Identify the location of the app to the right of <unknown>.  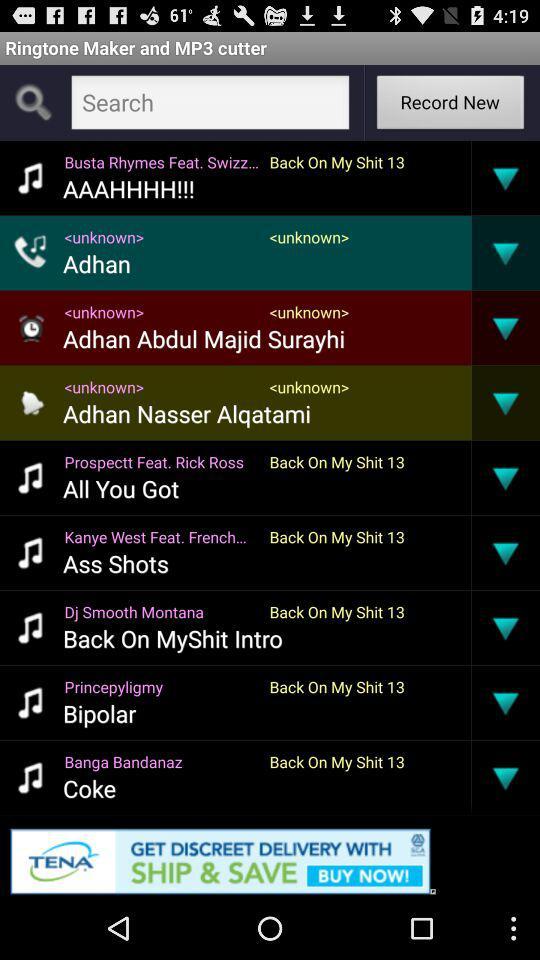
(471, 251).